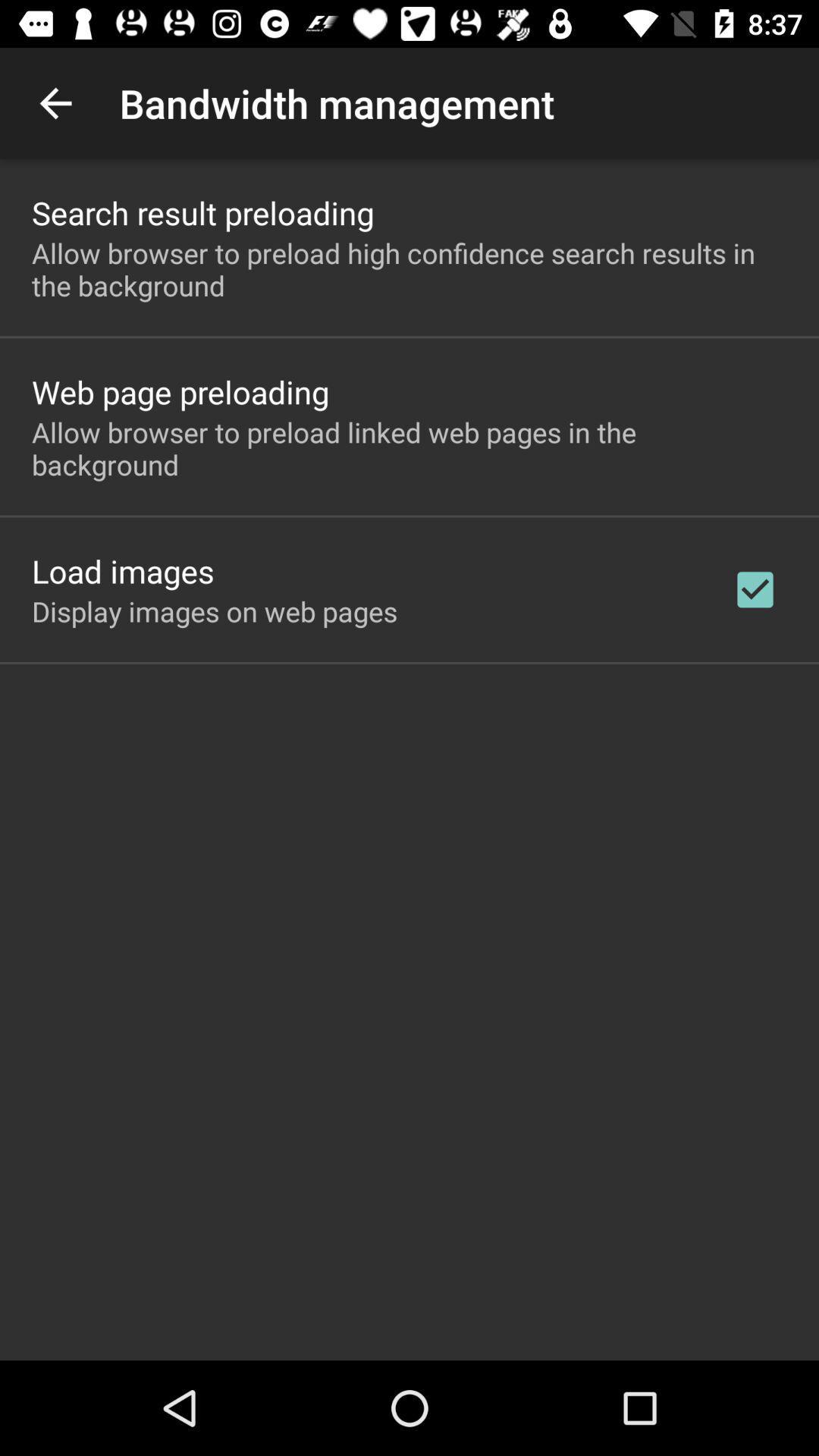 This screenshot has width=819, height=1456. Describe the element at coordinates (55, 102) in the screenshot. I see `the app above the search result preloading icon` at that location.